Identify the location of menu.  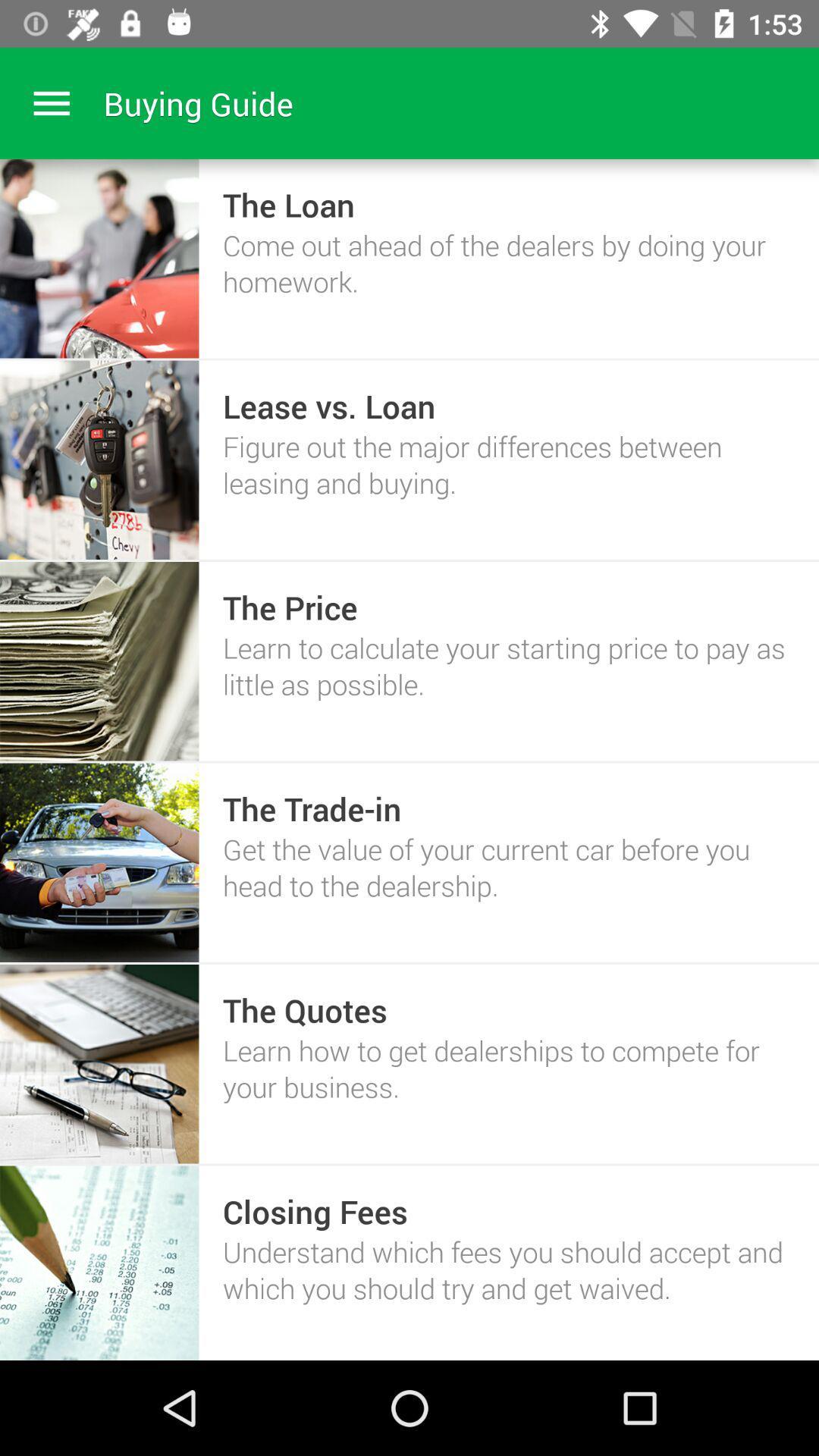
(51, 102).